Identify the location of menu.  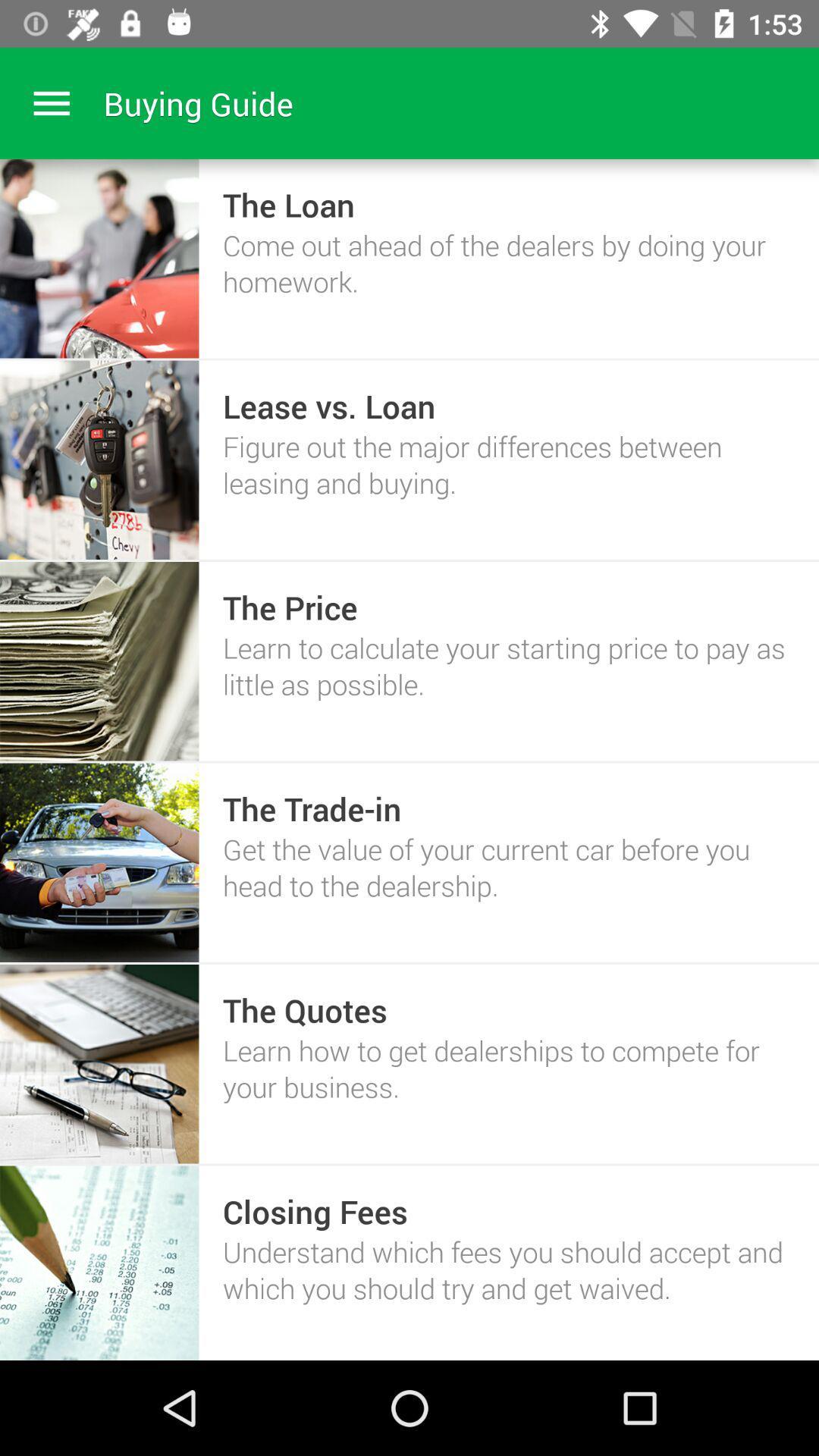
(51, 102).